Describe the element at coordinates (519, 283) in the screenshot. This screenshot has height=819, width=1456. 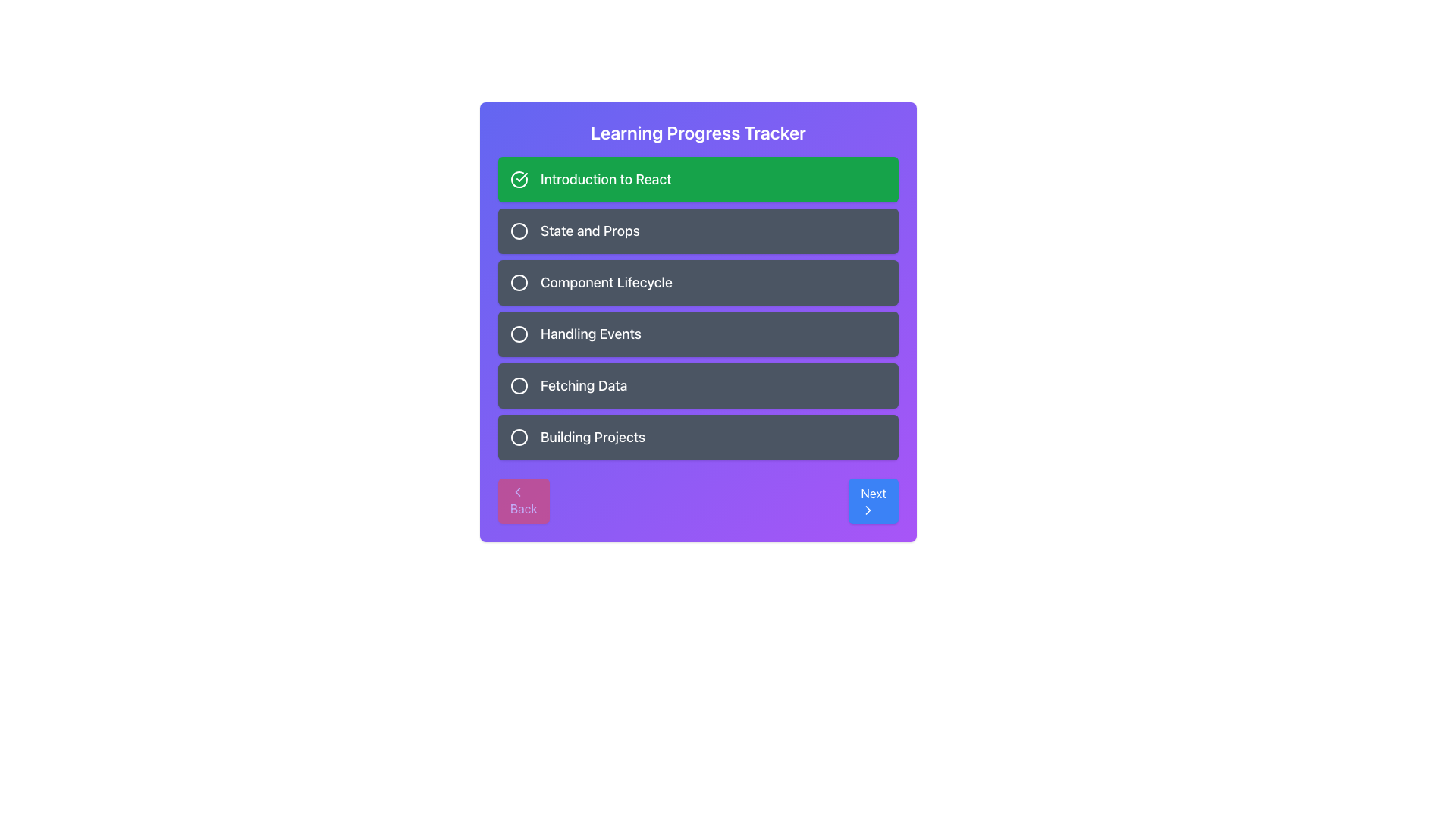
I see `the SVG Circle Icon, which is a white stroked circle with no fill, located to the left of the text 'Component Lifecycle' in the third item of a vertical list` at that location.